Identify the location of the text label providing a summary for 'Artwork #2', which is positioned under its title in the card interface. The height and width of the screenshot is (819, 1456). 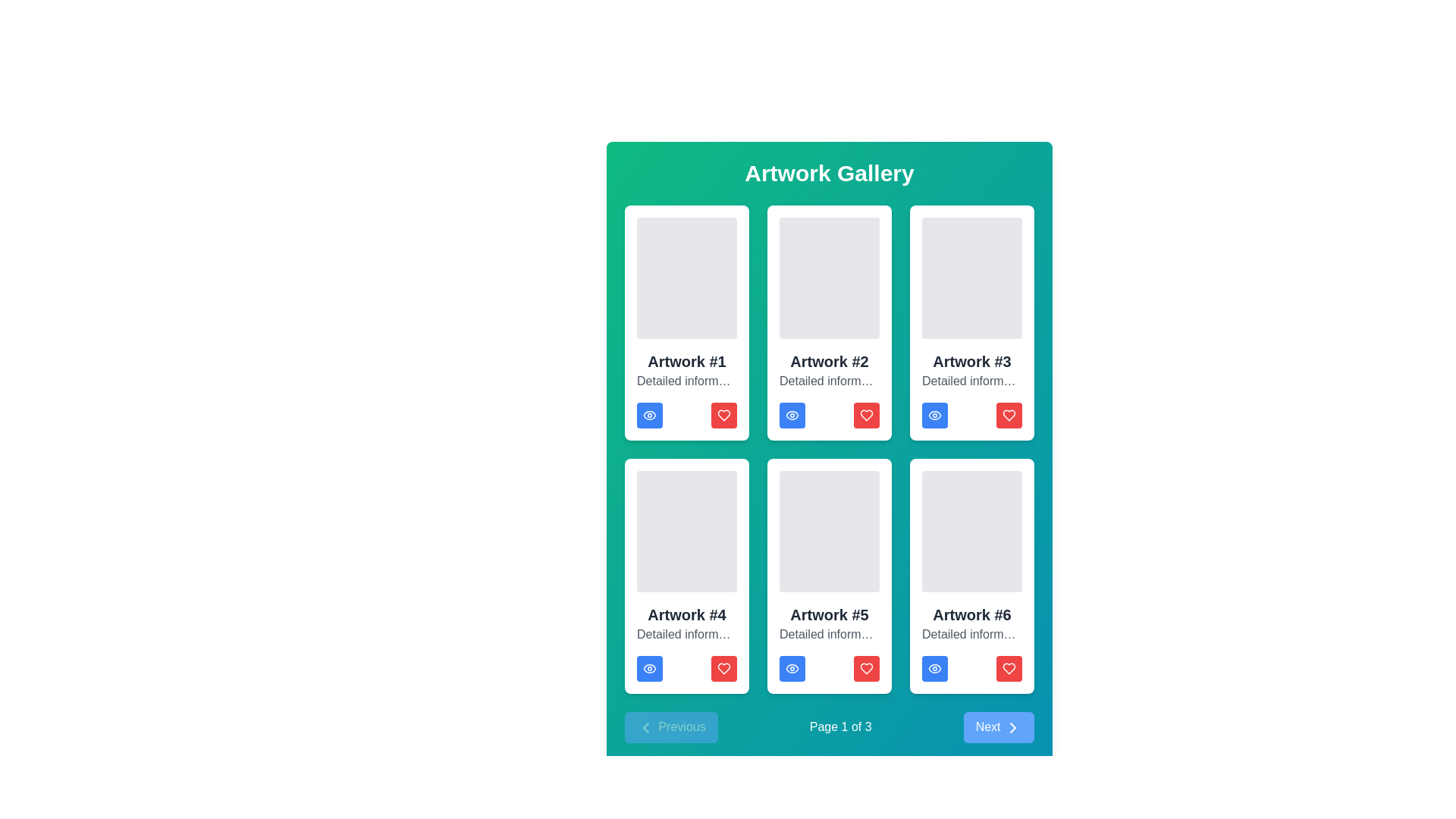
(829, 380).